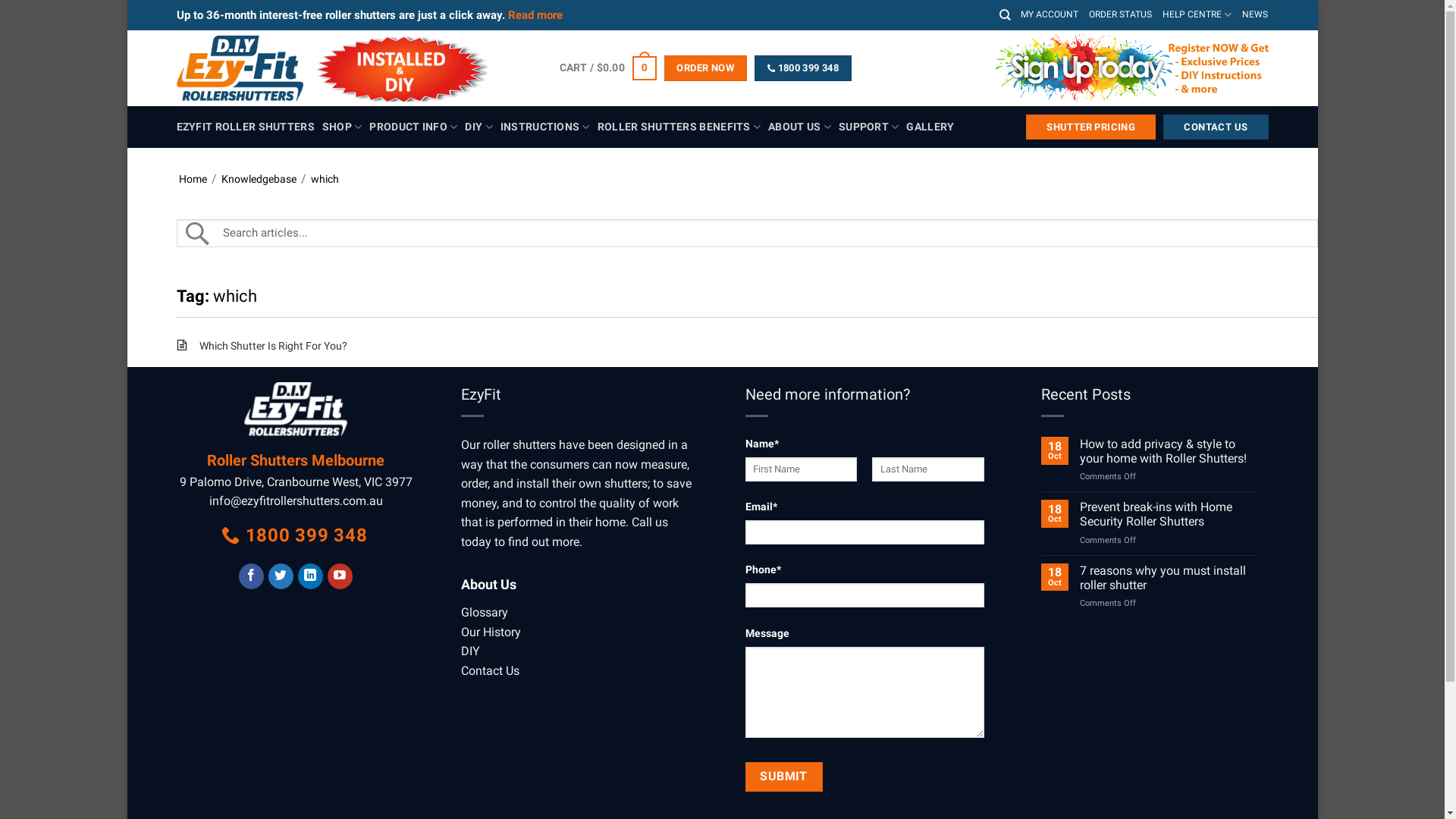 The width and height of the screenshot is (1456, 819). Describe the element at coordinates (296, 500) in the screenshot. I see `'info@ezyfitrollershutters.com.au'` at that location.